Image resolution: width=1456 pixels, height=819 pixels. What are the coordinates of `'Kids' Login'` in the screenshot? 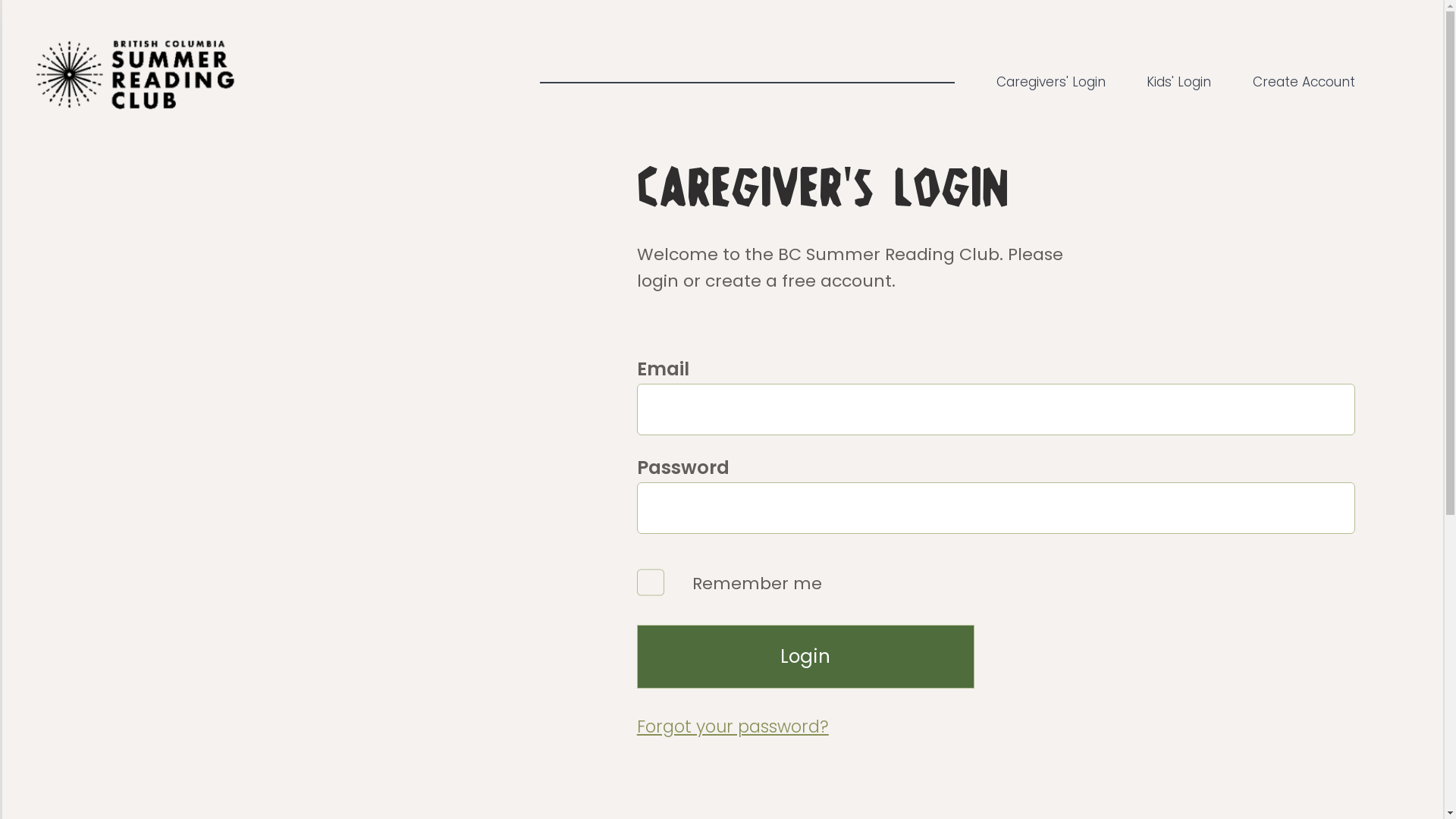 It's located at (1178, 82).